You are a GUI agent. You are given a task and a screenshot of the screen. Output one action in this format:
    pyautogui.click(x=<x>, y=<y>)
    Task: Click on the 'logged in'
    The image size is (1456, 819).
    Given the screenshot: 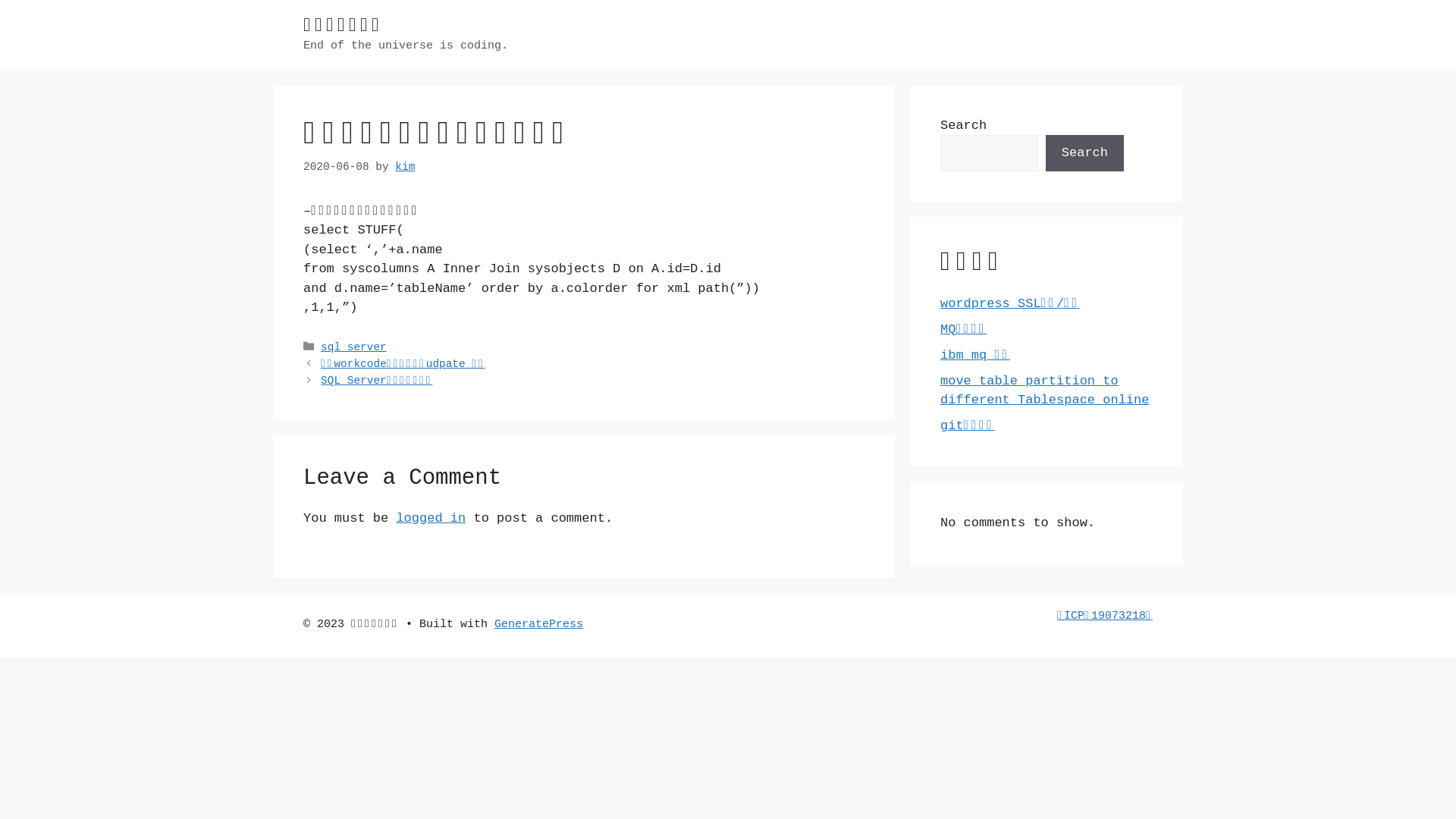 What is the action you would take?
    pyautogui.click(x=429, y=517)
    